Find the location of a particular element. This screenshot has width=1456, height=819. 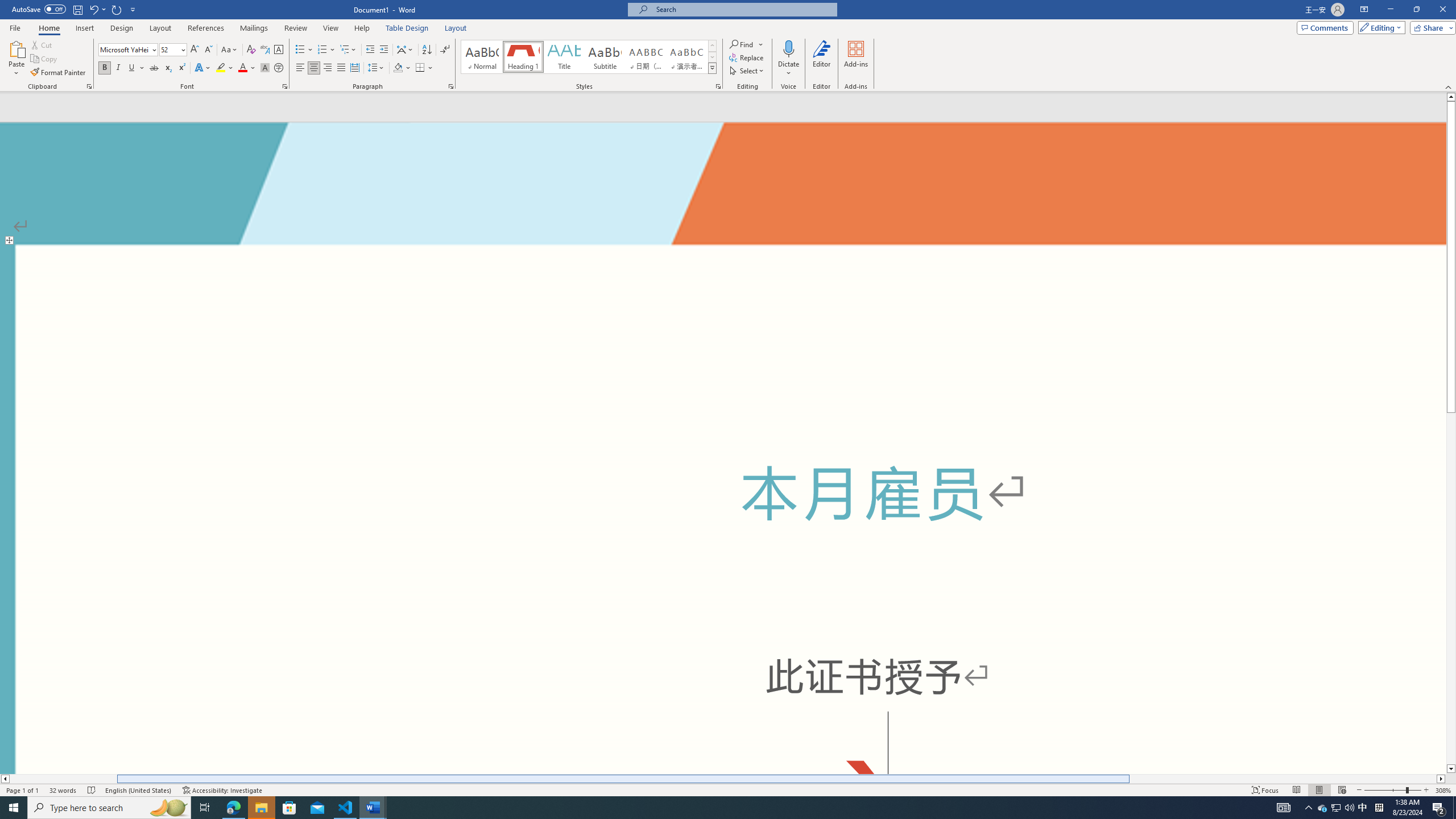

'Select' is located at coordinates (747, 69).